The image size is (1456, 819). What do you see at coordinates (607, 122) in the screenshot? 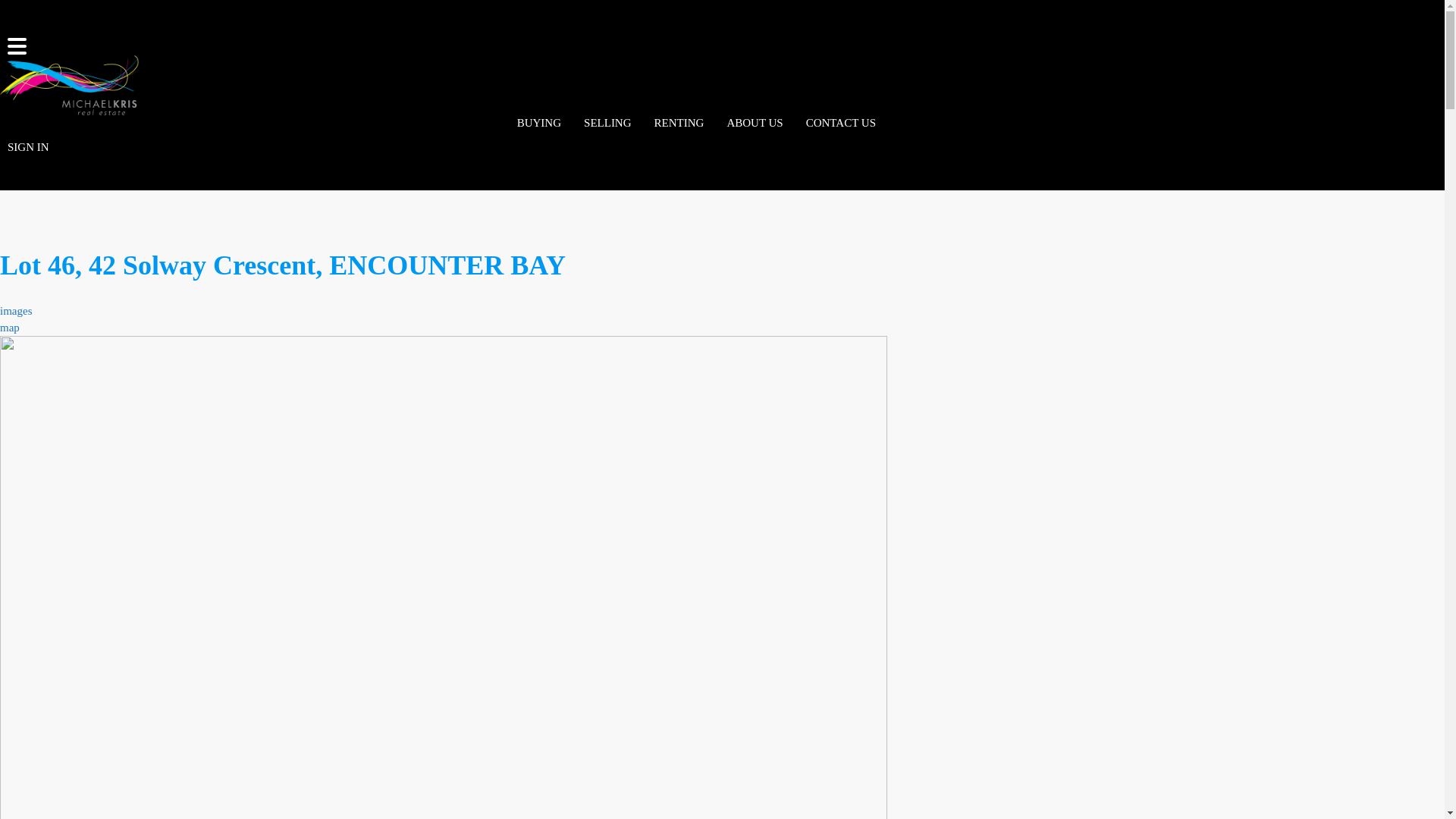
I see `'SELLING'` at bounding box center [607, 122].